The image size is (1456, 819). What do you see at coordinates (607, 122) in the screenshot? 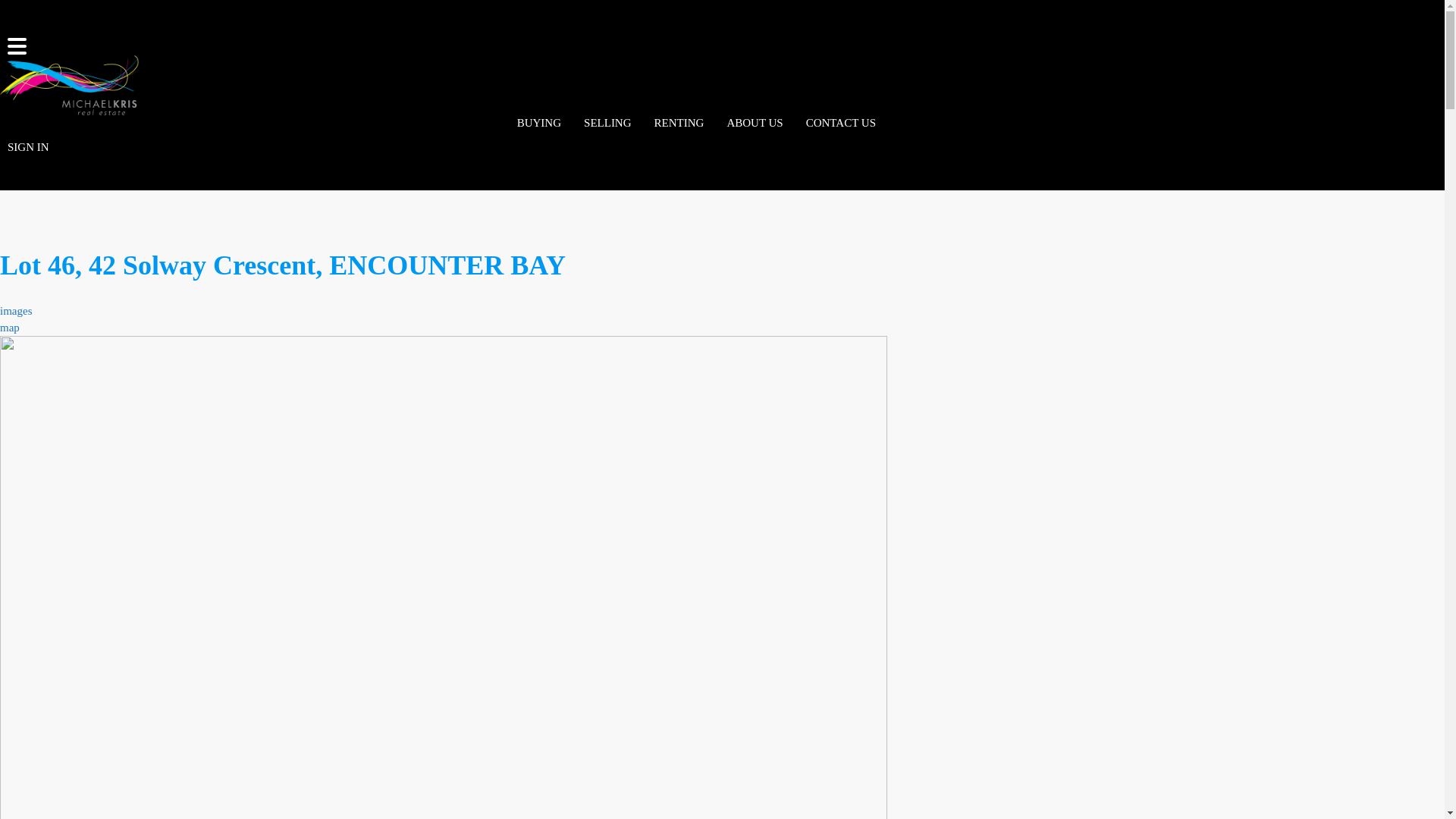
I see `'SELLING'` at bounding box center [607, 122].